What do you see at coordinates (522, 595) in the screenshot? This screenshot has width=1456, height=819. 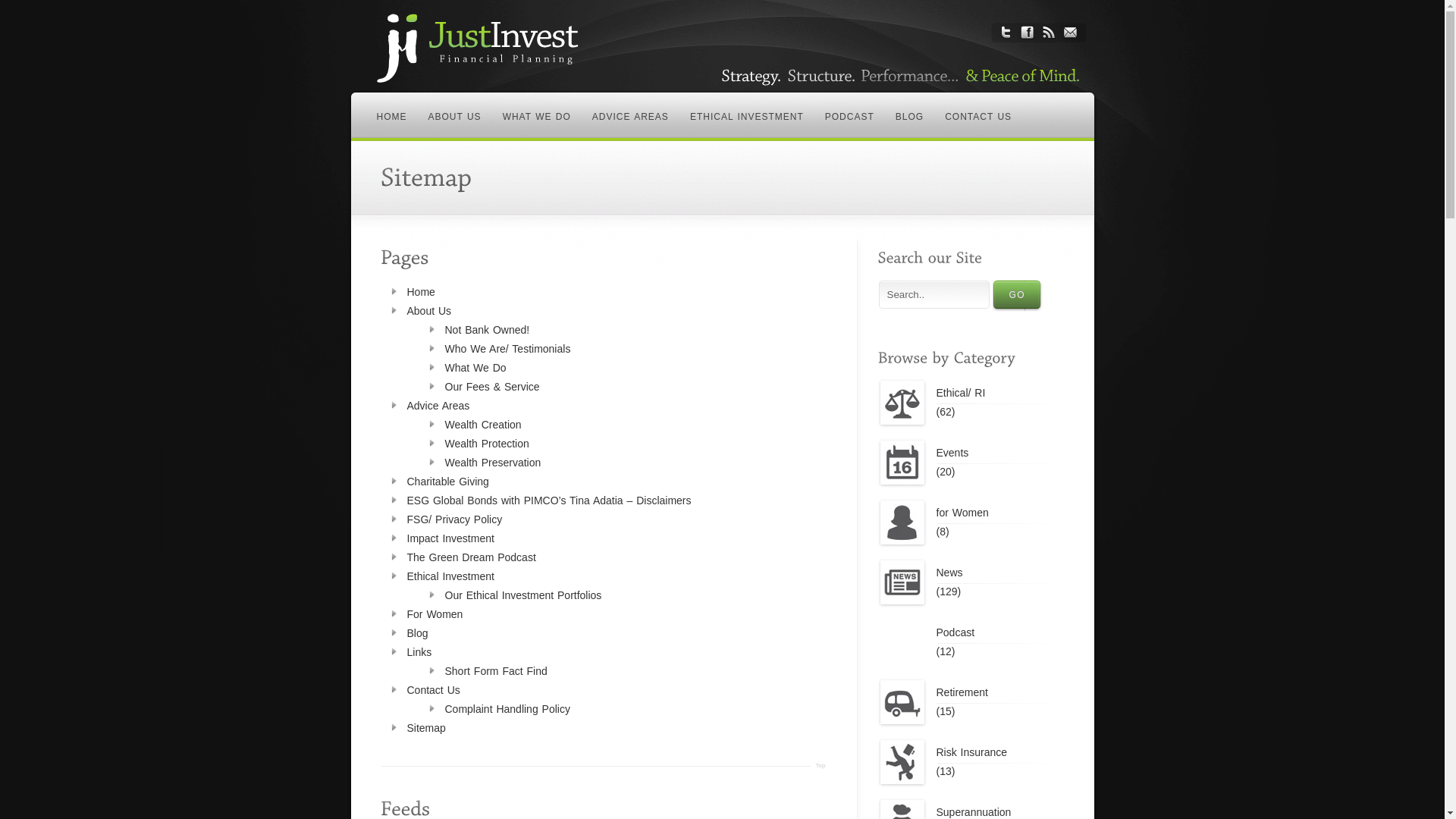 I see `'Our Ethical Investment Portfolios'` at bounding box center [522, 595].